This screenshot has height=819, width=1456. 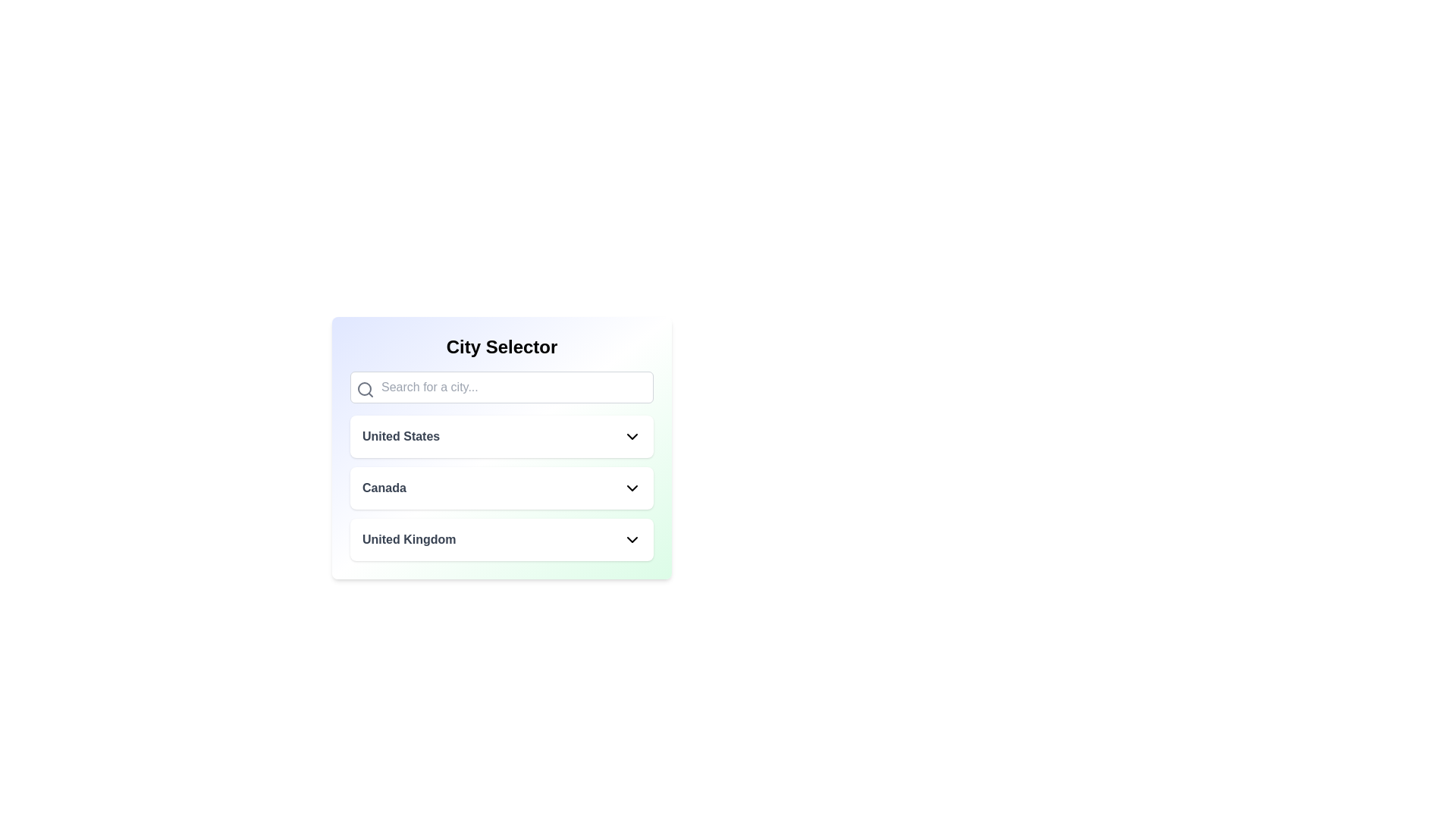 I want to click on the chevron icon indicating the dropdown feature for the 'United Kingdom' list item, so click(x=632, y=539).